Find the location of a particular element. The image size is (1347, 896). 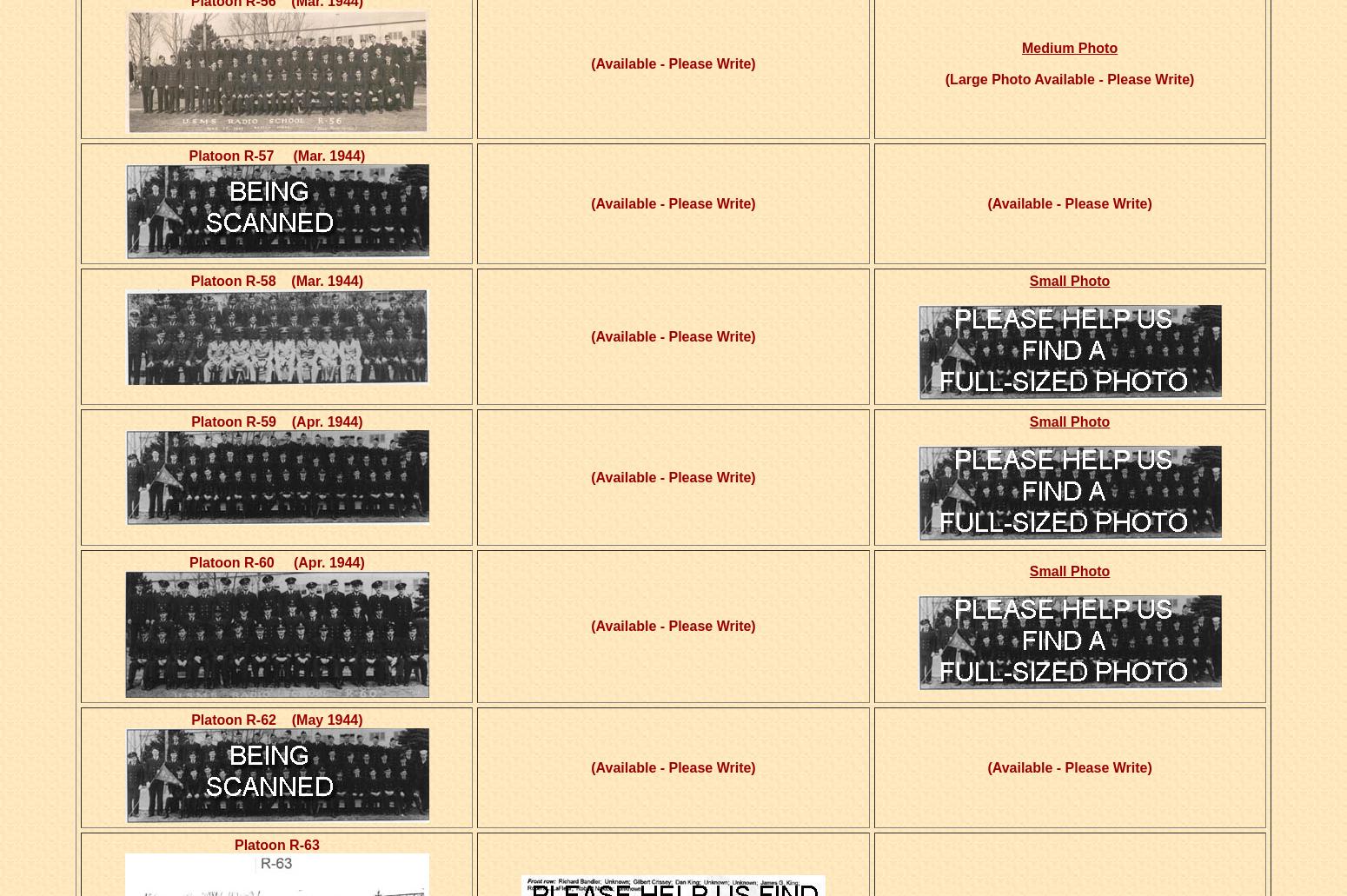

'(Large Photo Available - Please 
                
                Write)' is located at coordinates (1069, 78).